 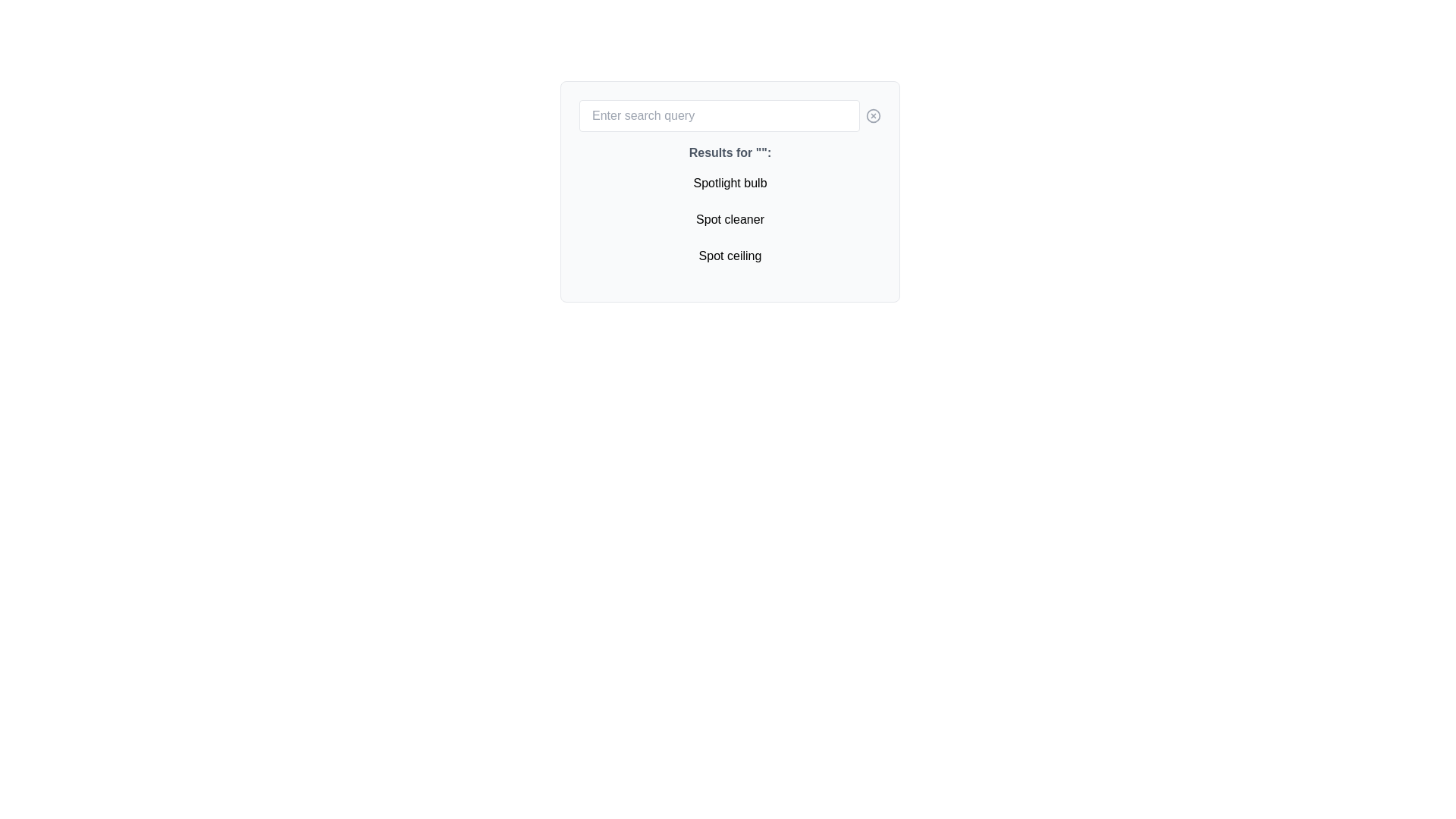 I want to click on the text label reading 'Spot cleaner', so click(x=730, y=219).